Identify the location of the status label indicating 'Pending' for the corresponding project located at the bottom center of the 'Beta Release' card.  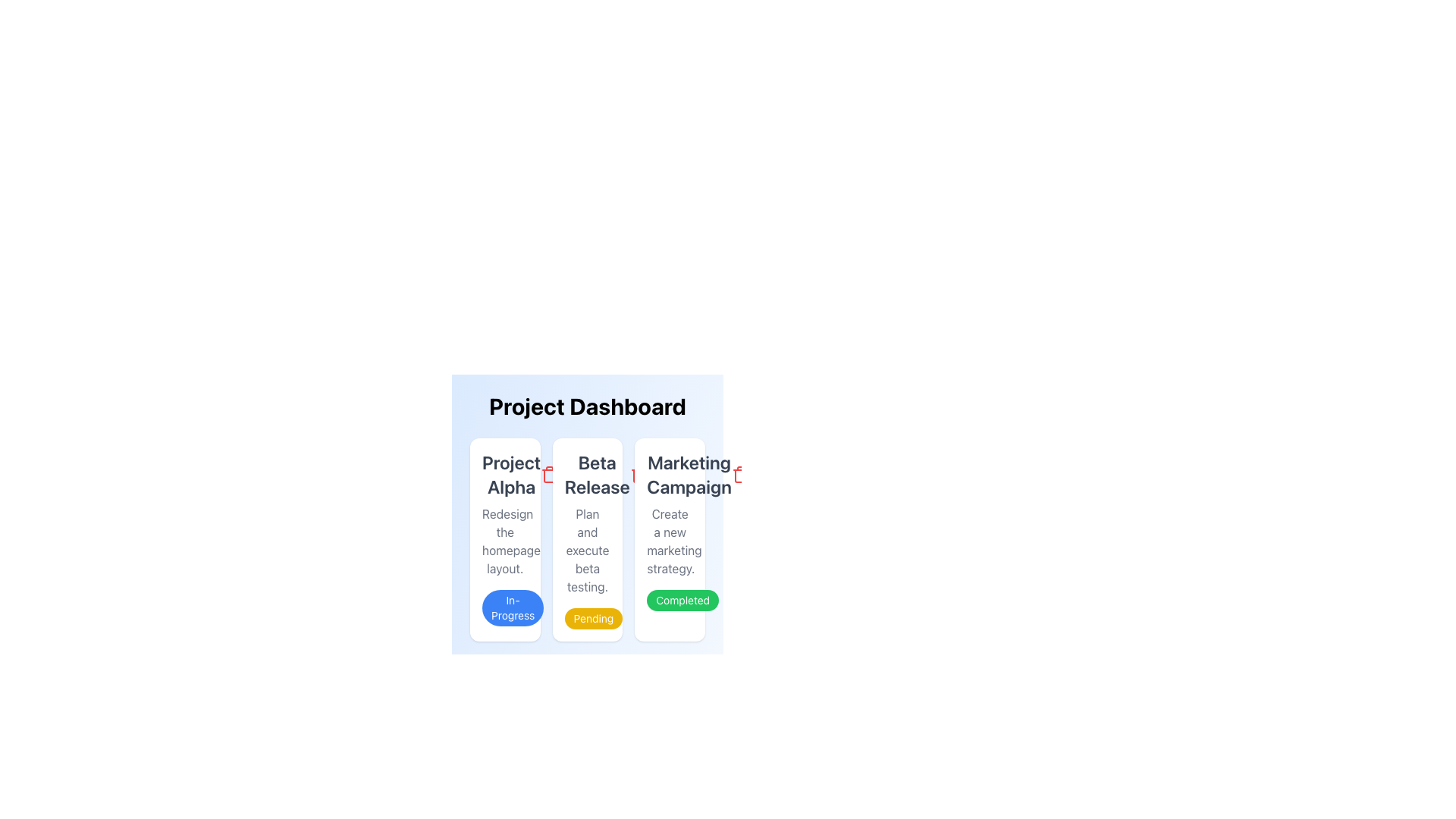
(592, 619).